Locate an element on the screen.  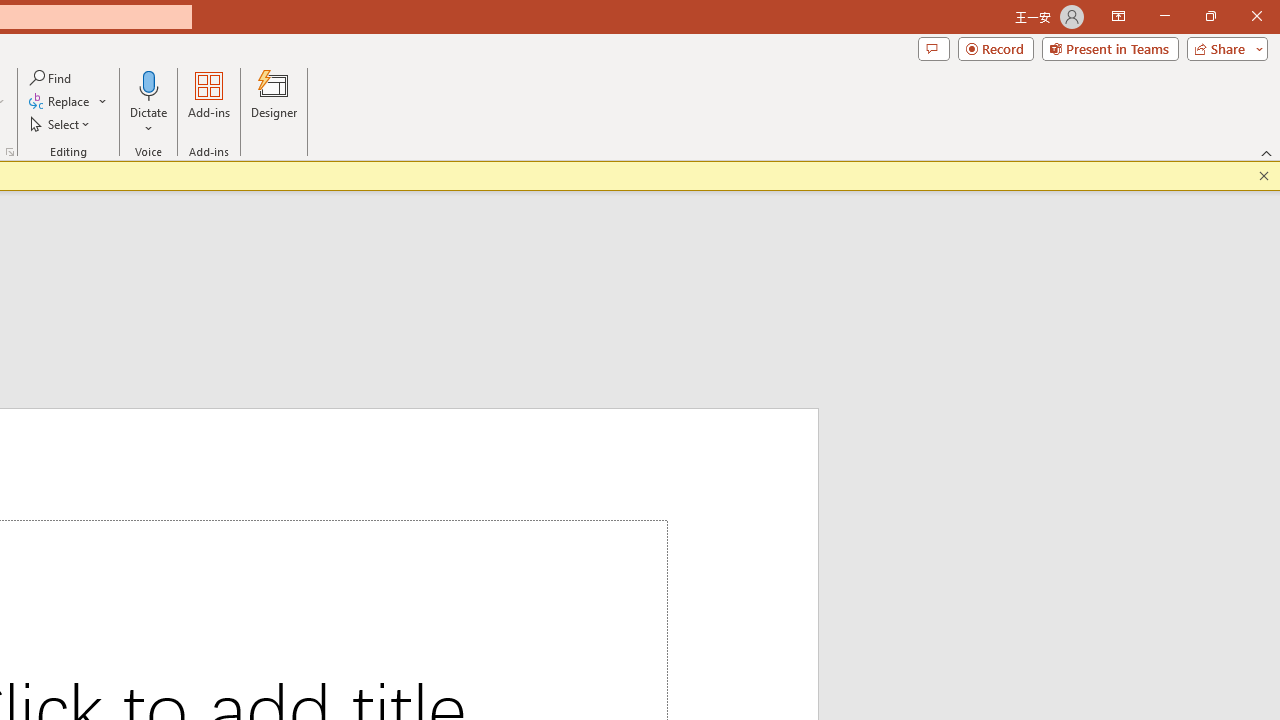
'Find...' is located at coordinates (51, 77).